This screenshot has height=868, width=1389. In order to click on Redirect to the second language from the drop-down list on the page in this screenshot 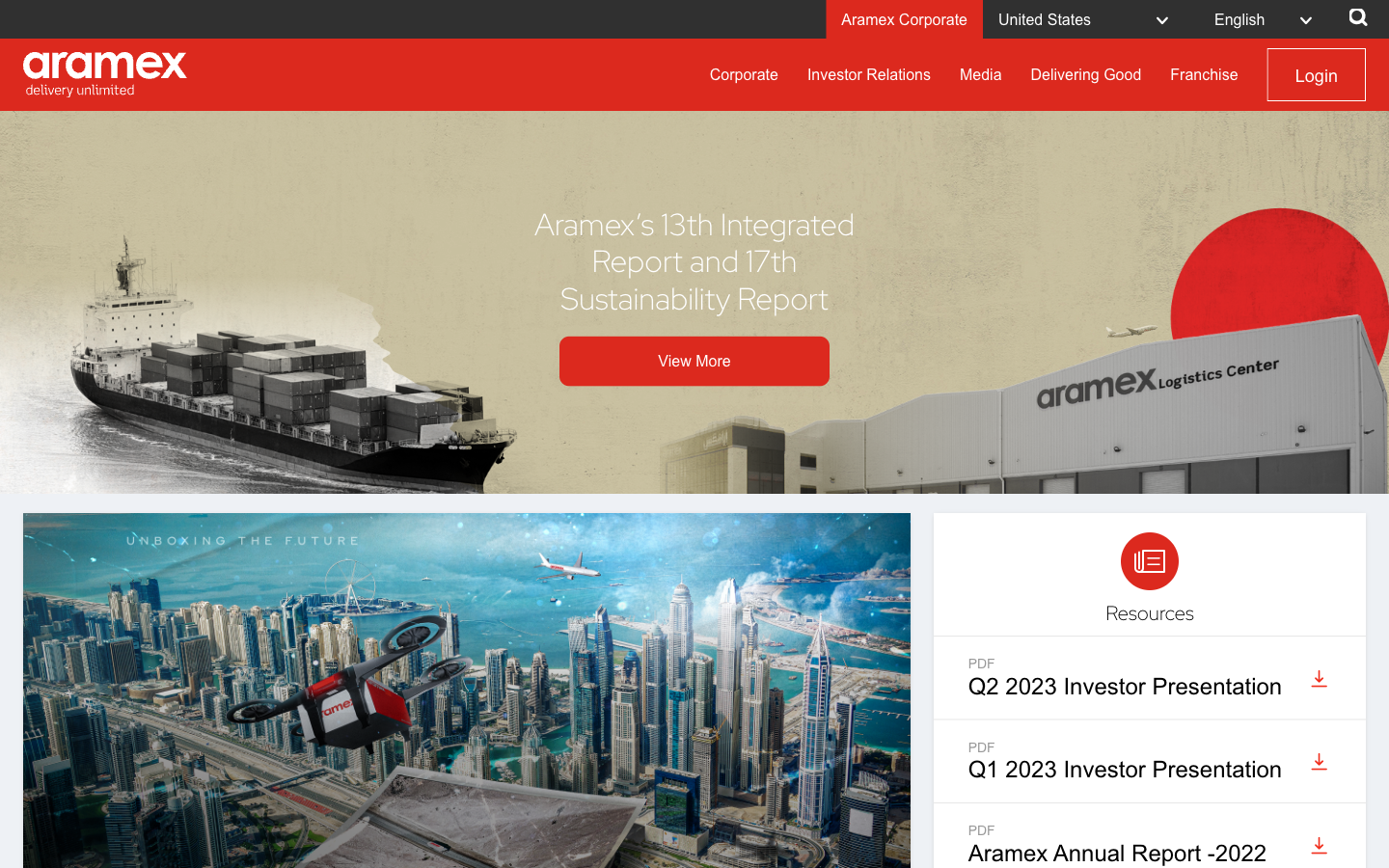, I will do `click(1268, 17)`.